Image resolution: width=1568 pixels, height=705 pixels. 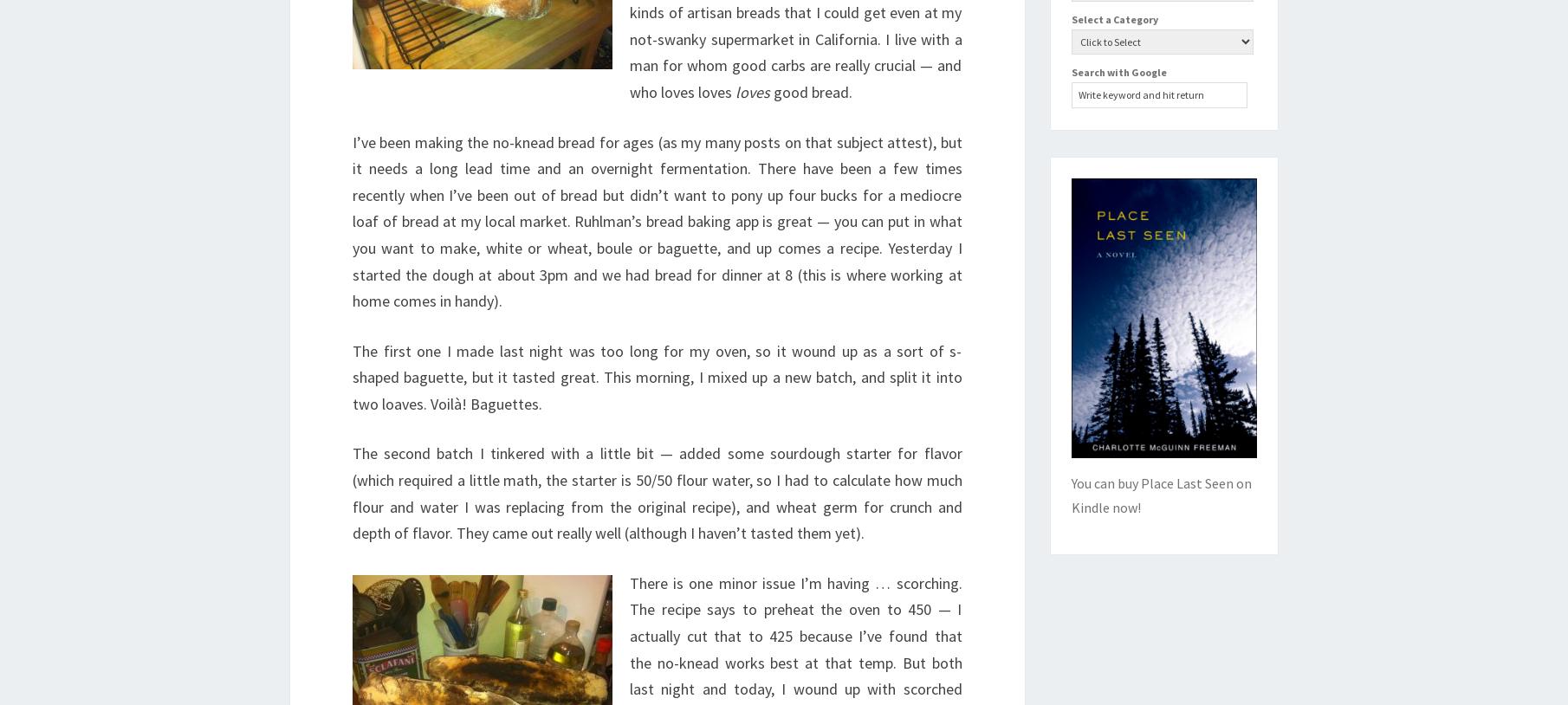 What do you see at coordinates (657, 376) in the screenshot?
I see `'The first one I made last night was too long for my oven, so it wound up as a sort of s-shaped baguette, but it tasted great. This morning, I mixed up a new batch, and split it into two loaves. Voilà! Baguettes.'` at bounding box center [657, 376].